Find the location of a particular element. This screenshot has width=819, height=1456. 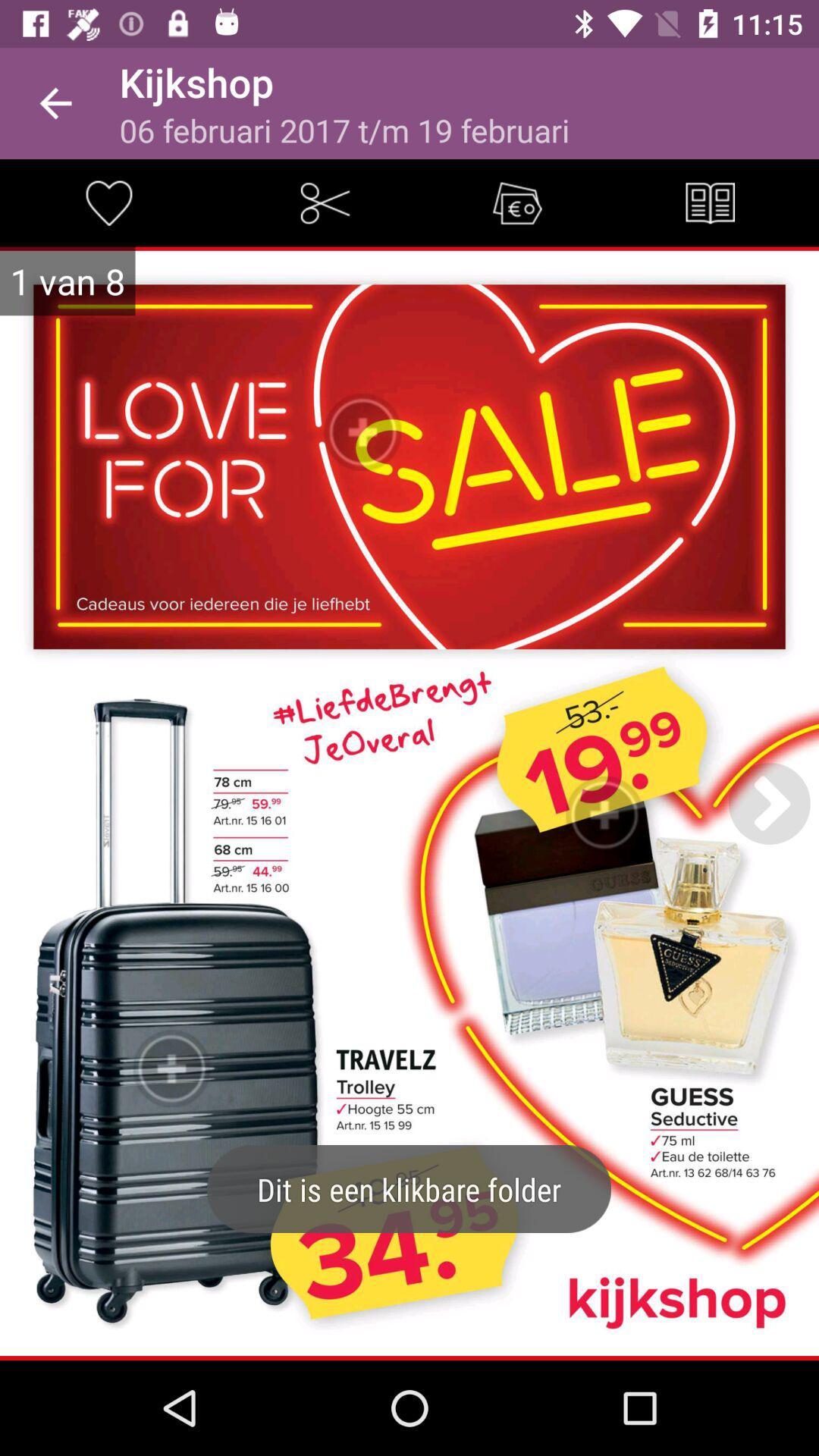

coupon/sale icon is located at coordinates (516, 202).